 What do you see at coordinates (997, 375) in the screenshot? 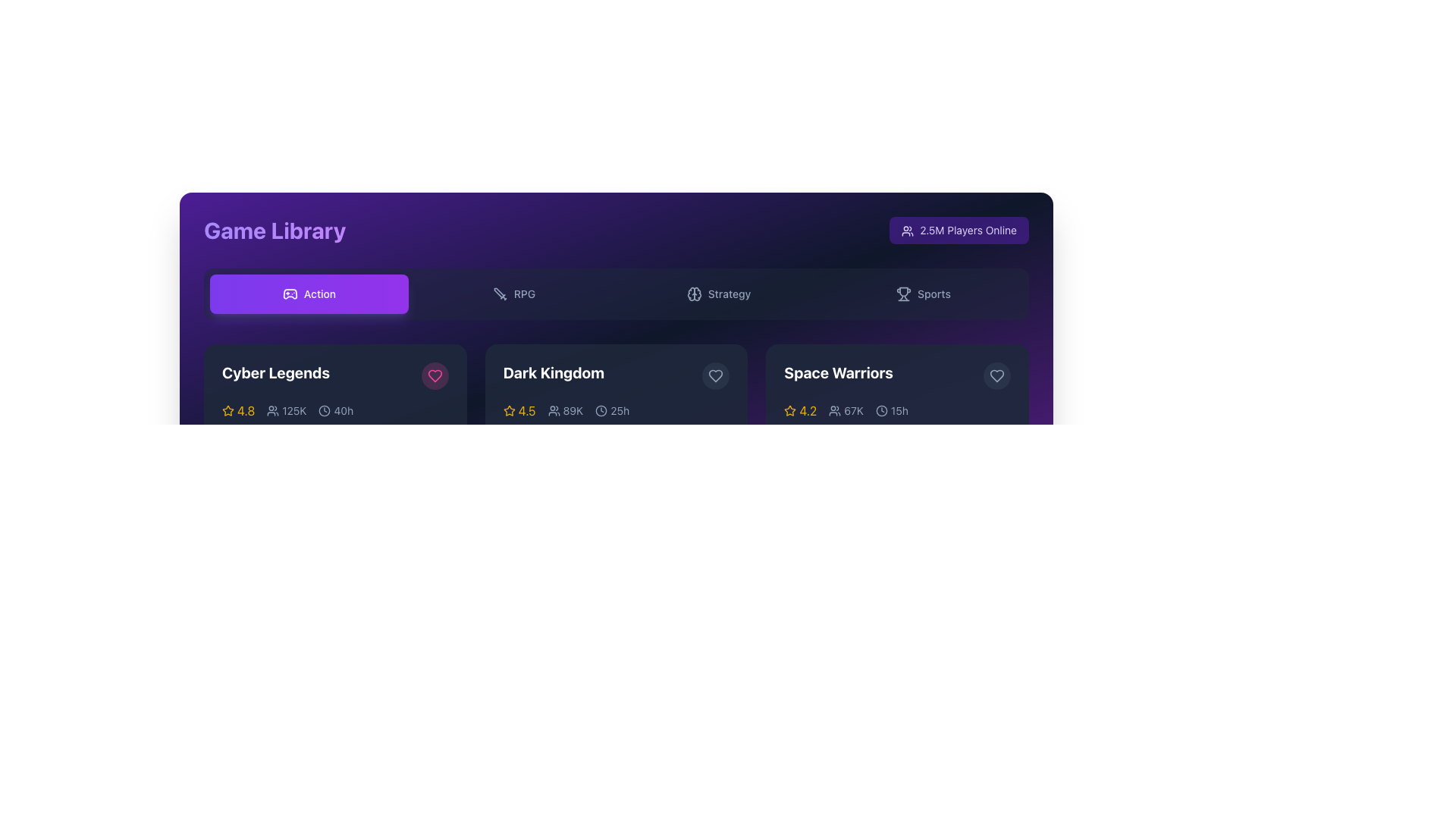
I see `and drop the 'favorite' icon located at the top right corner of the 'Space Warriors' card` at bounding box center [997, 375].